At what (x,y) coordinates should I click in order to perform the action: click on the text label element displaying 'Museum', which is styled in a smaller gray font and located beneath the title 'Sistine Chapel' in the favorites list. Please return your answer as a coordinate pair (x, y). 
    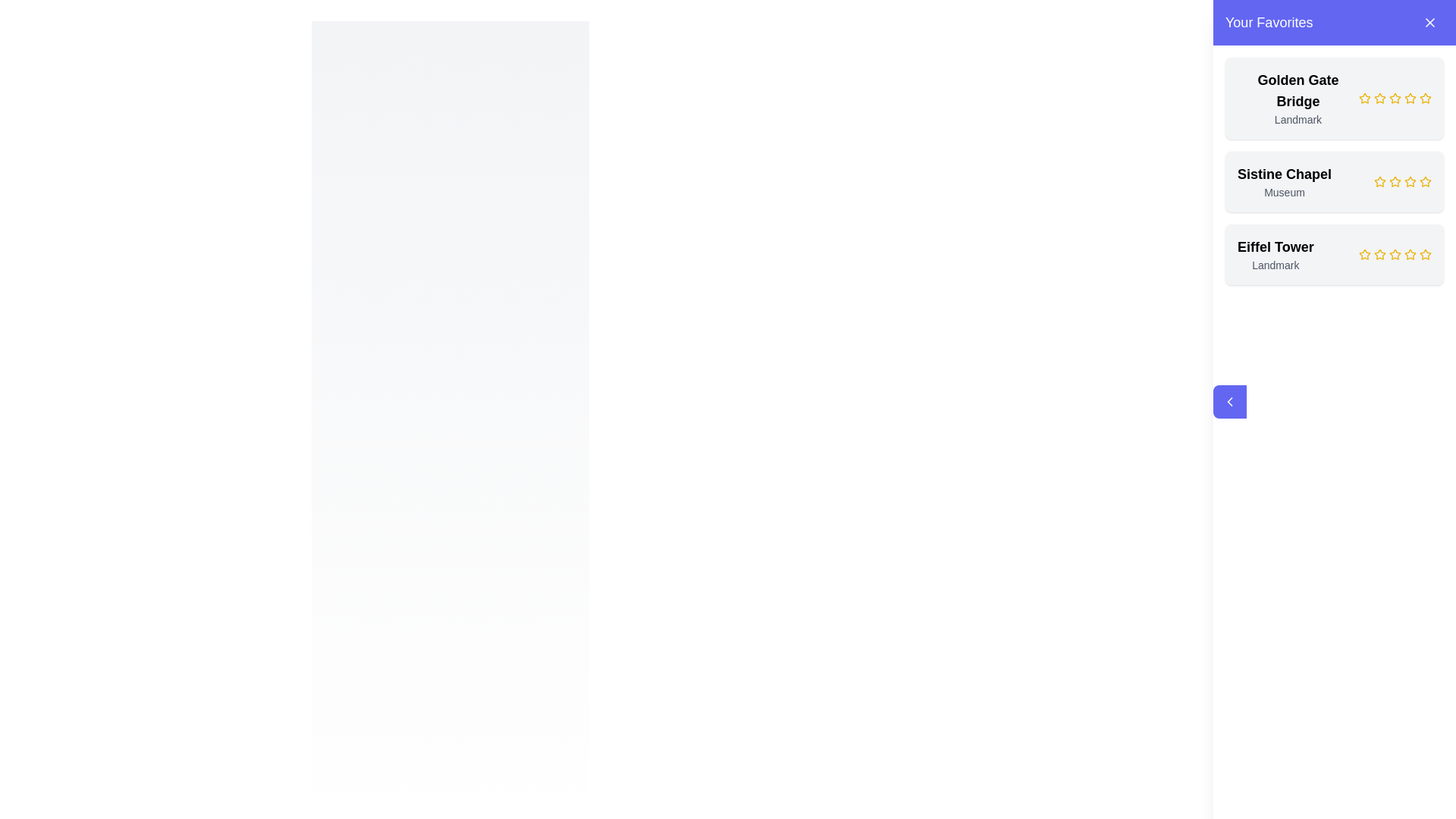
    Looking at the image, I should click on (1284, 192).